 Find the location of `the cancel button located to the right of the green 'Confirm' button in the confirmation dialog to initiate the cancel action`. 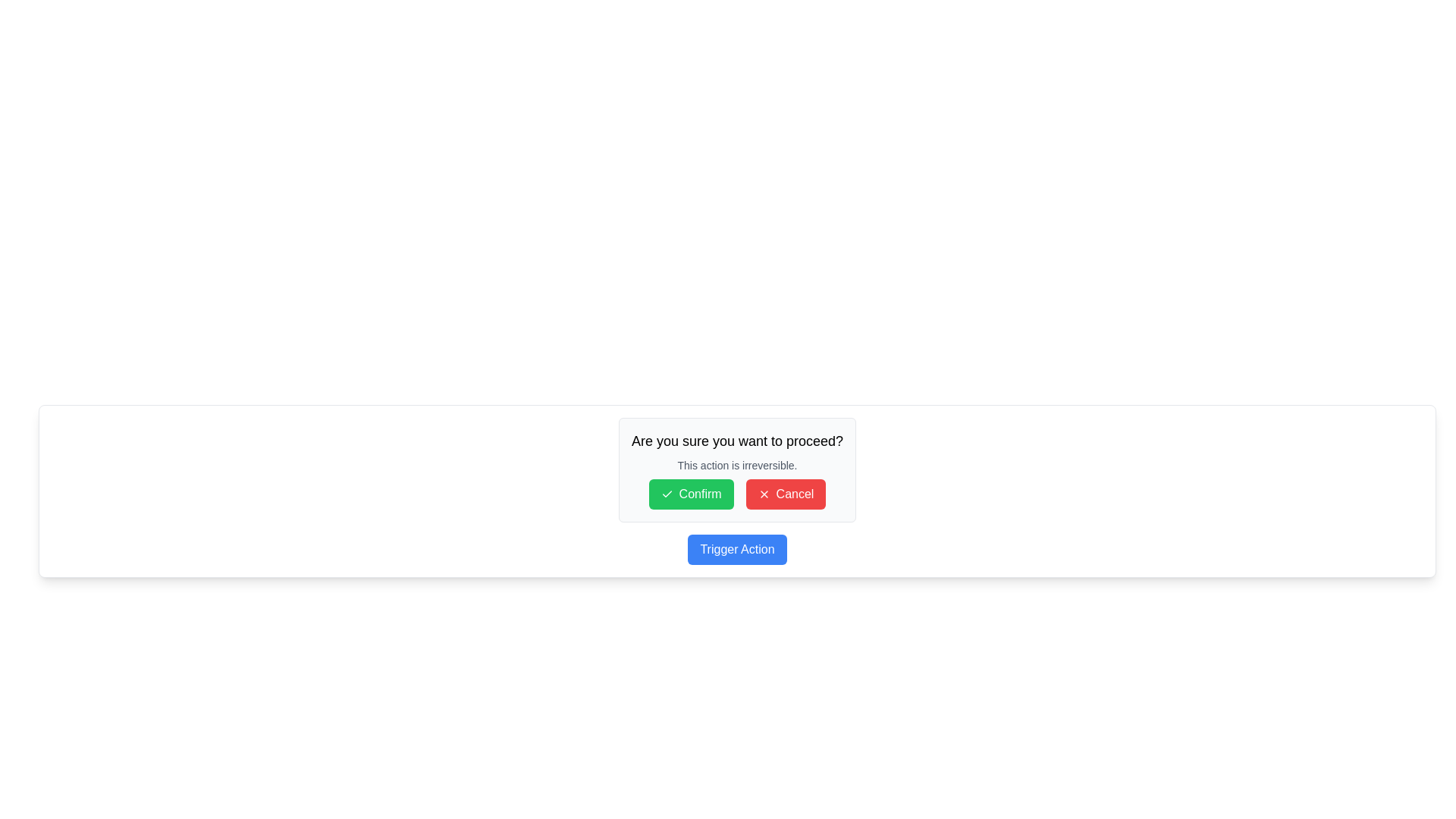

the cancel button located to the right of the green 'Confirm' button in the confirmation dialog to initiate the cancel action is located at coordinates (786, 494).